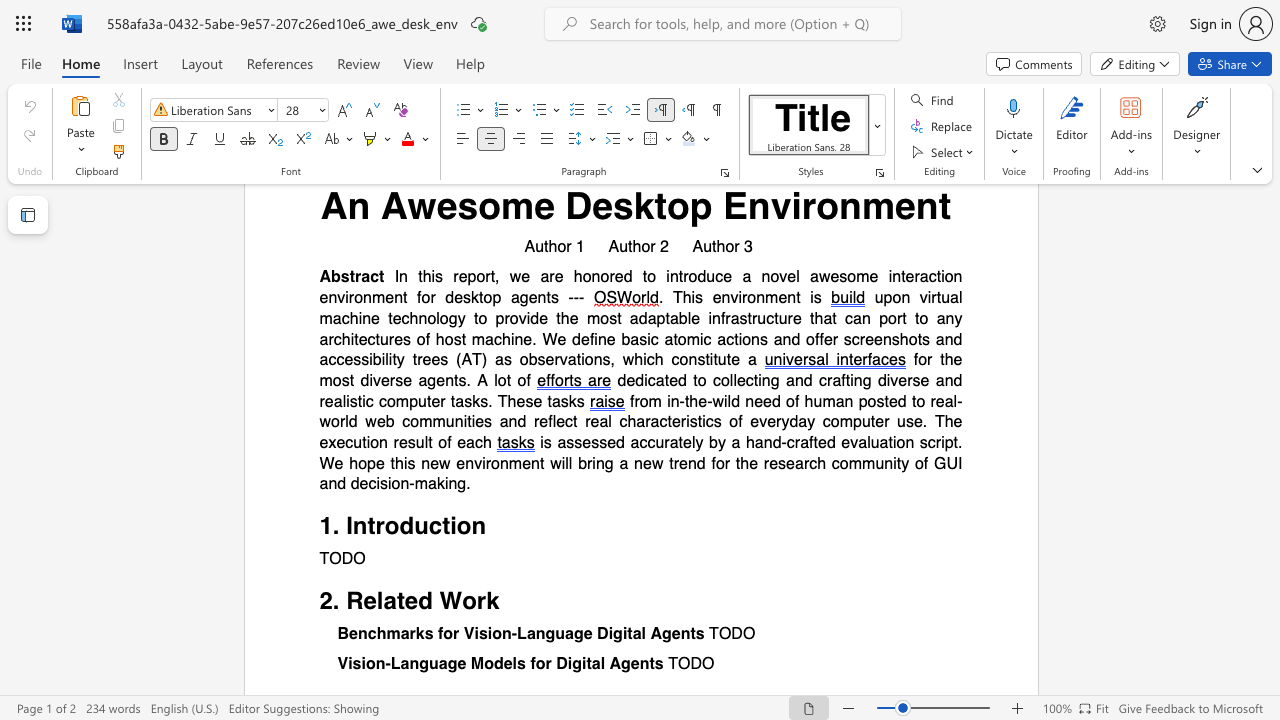  I want to click on the subset text "sult of each" within the text "from in-the-wild need of human posted to real-world web communities and reflect real characteristics of everyday computer use. The execution result of each", so click(406, 442).